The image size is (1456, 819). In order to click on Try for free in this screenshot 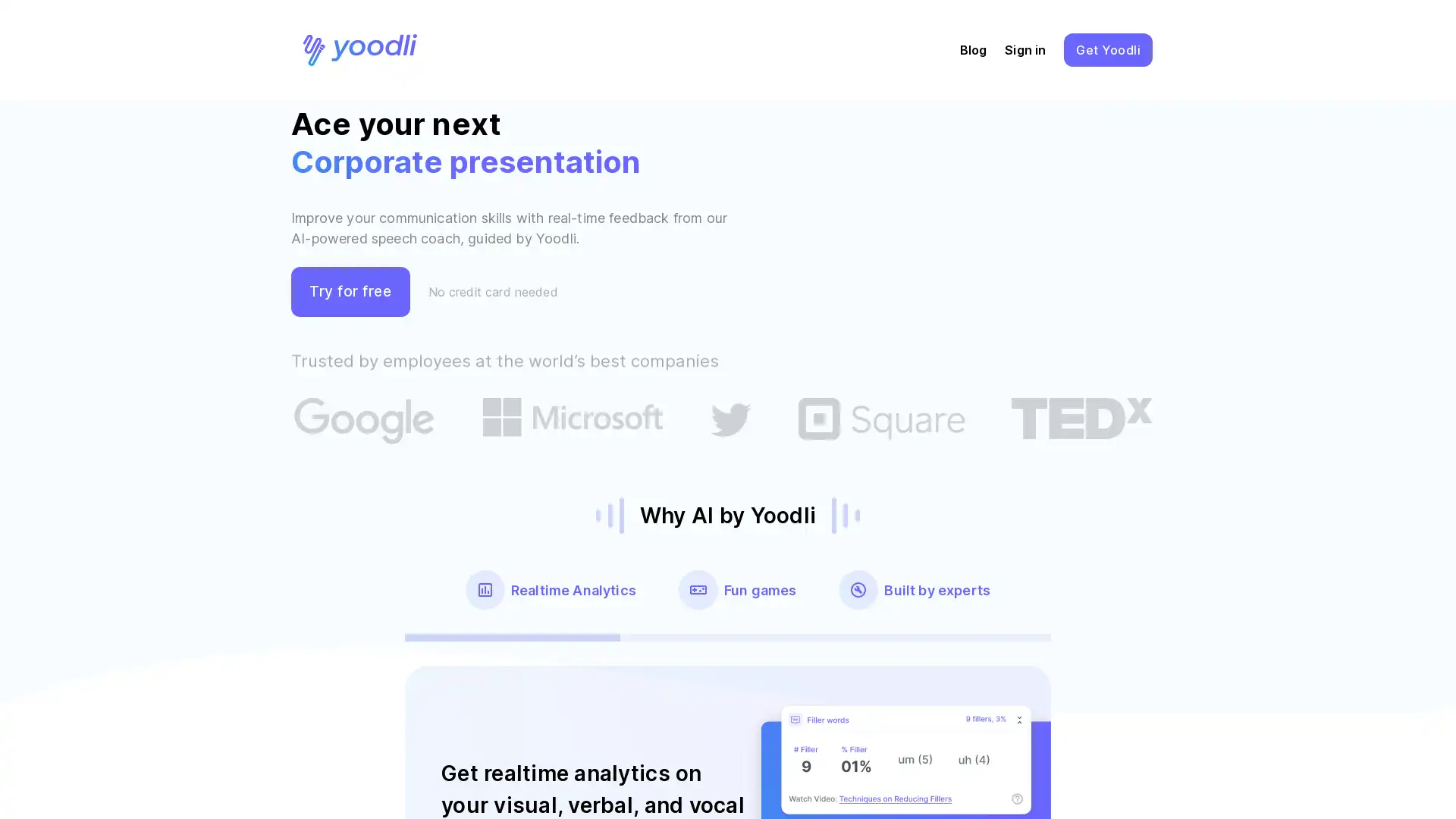, I will do `click(349, 291)`.